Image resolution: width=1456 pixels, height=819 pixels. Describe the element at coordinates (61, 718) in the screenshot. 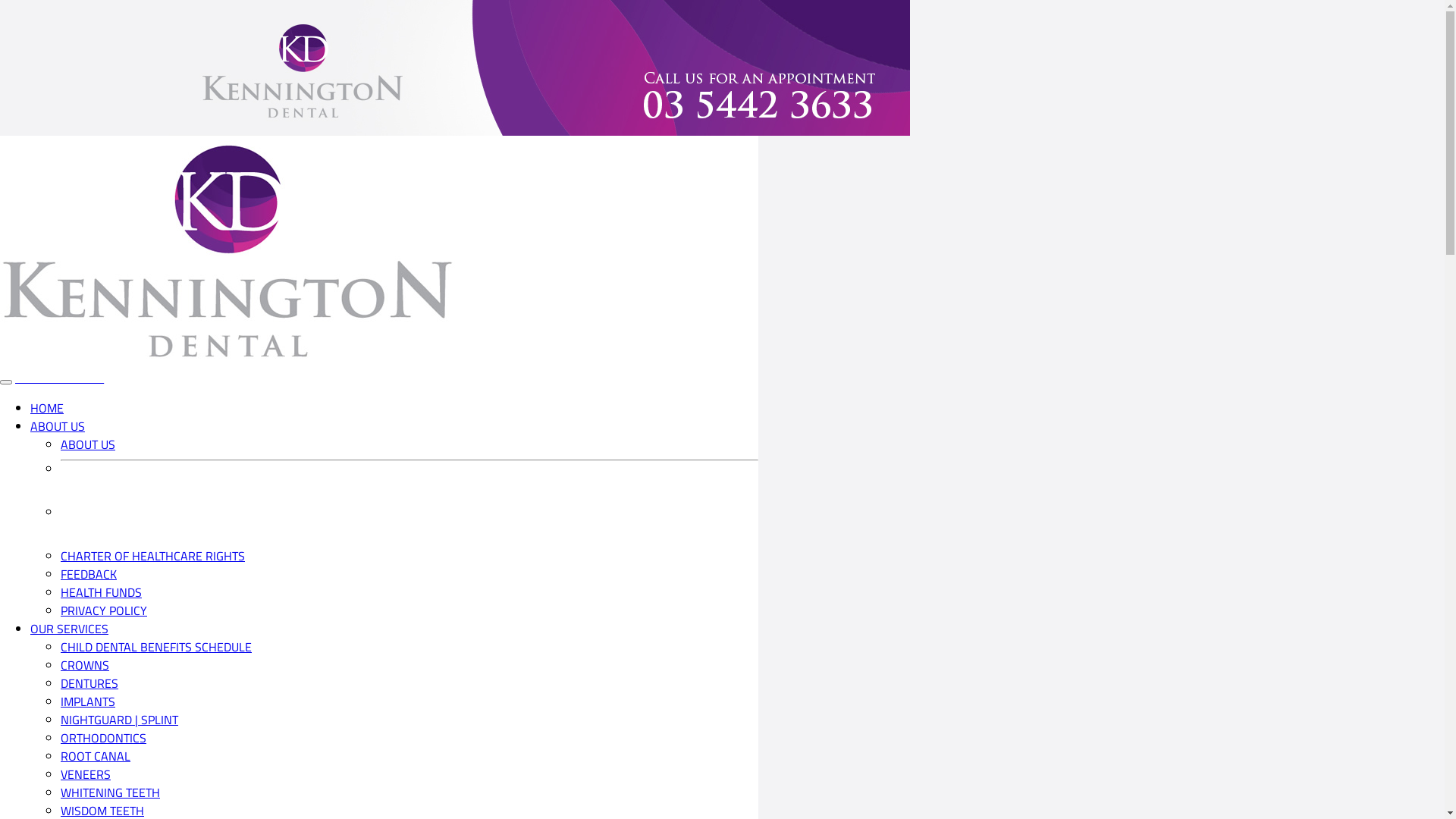

I see `'NIGHTGUARD | SPLINT'` at that location.